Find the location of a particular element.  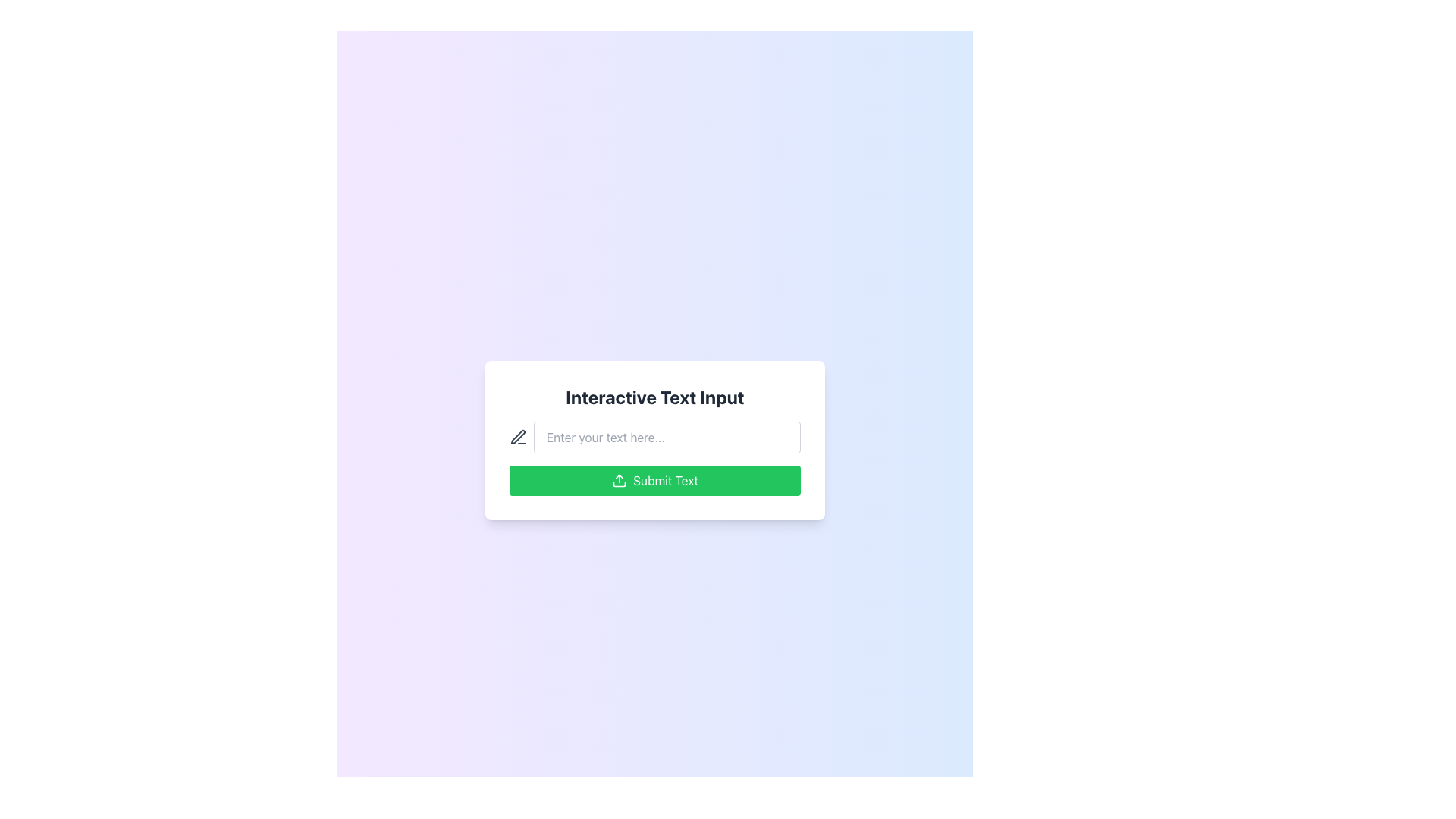

the upload icon located to the left of the 'Submit Text' label within the green submission button is located at coordinates (620, 480).